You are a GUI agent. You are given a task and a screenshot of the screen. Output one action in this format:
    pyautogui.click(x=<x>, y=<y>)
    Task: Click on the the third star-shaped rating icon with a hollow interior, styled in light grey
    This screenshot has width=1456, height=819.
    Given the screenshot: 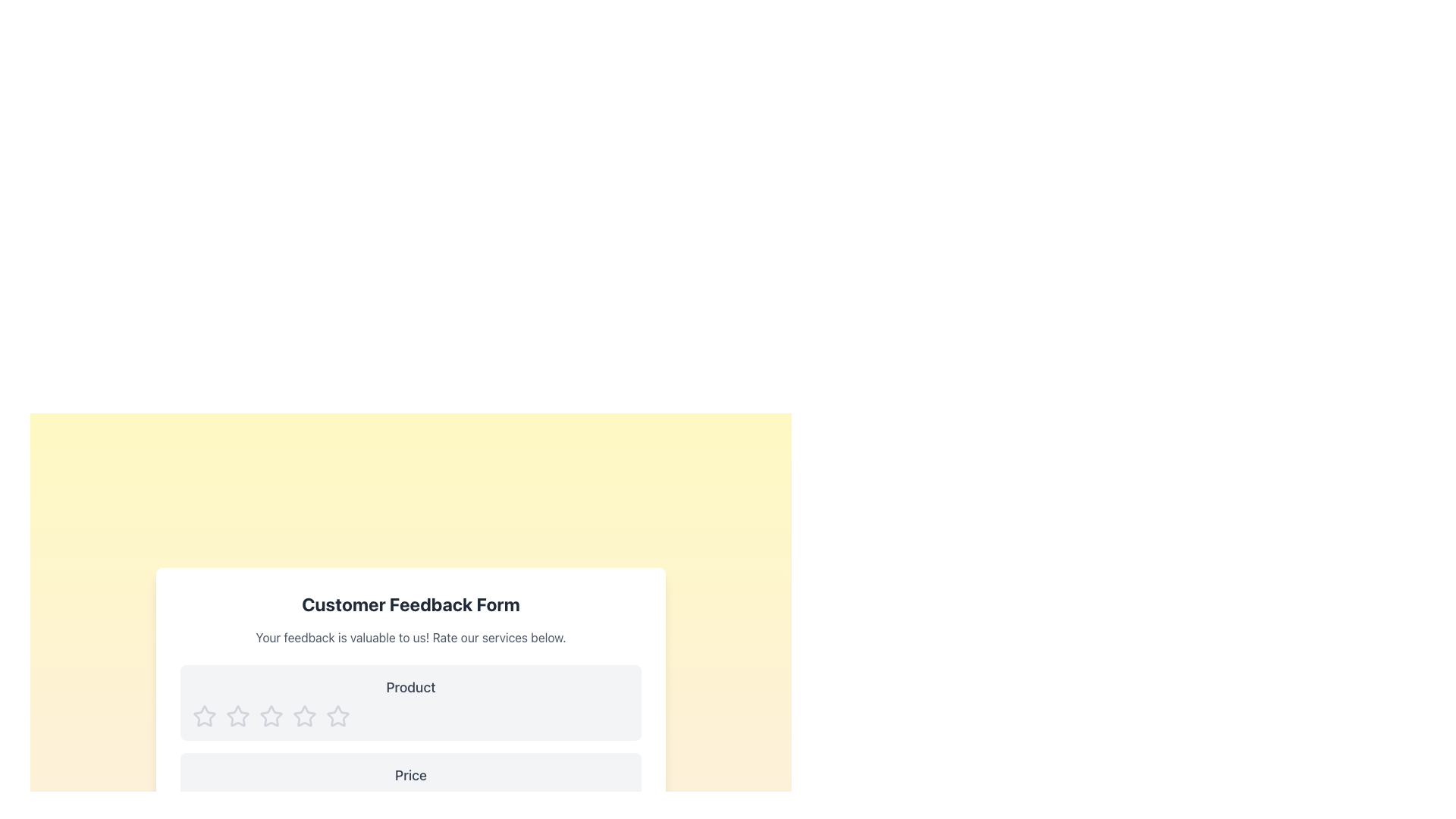 What is the action you would take?
    pyautogui.click(x=304, y=716)
    